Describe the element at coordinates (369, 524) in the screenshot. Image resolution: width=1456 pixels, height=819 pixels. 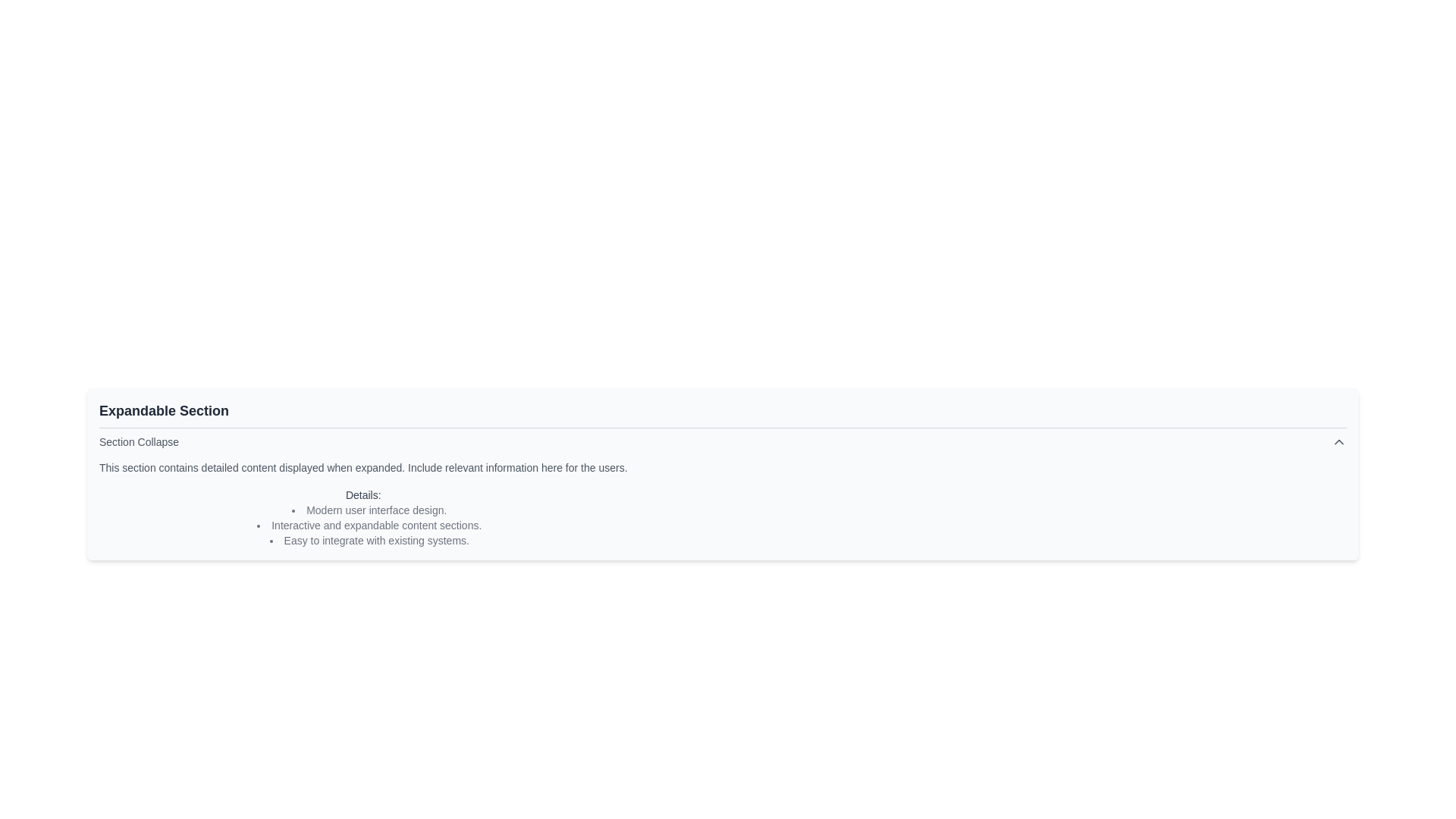
I see `the text element reading 'Interactive and expandable content sections.' which is the second item in a vertically stacked bulleted list within the 'Details' section` at that location.